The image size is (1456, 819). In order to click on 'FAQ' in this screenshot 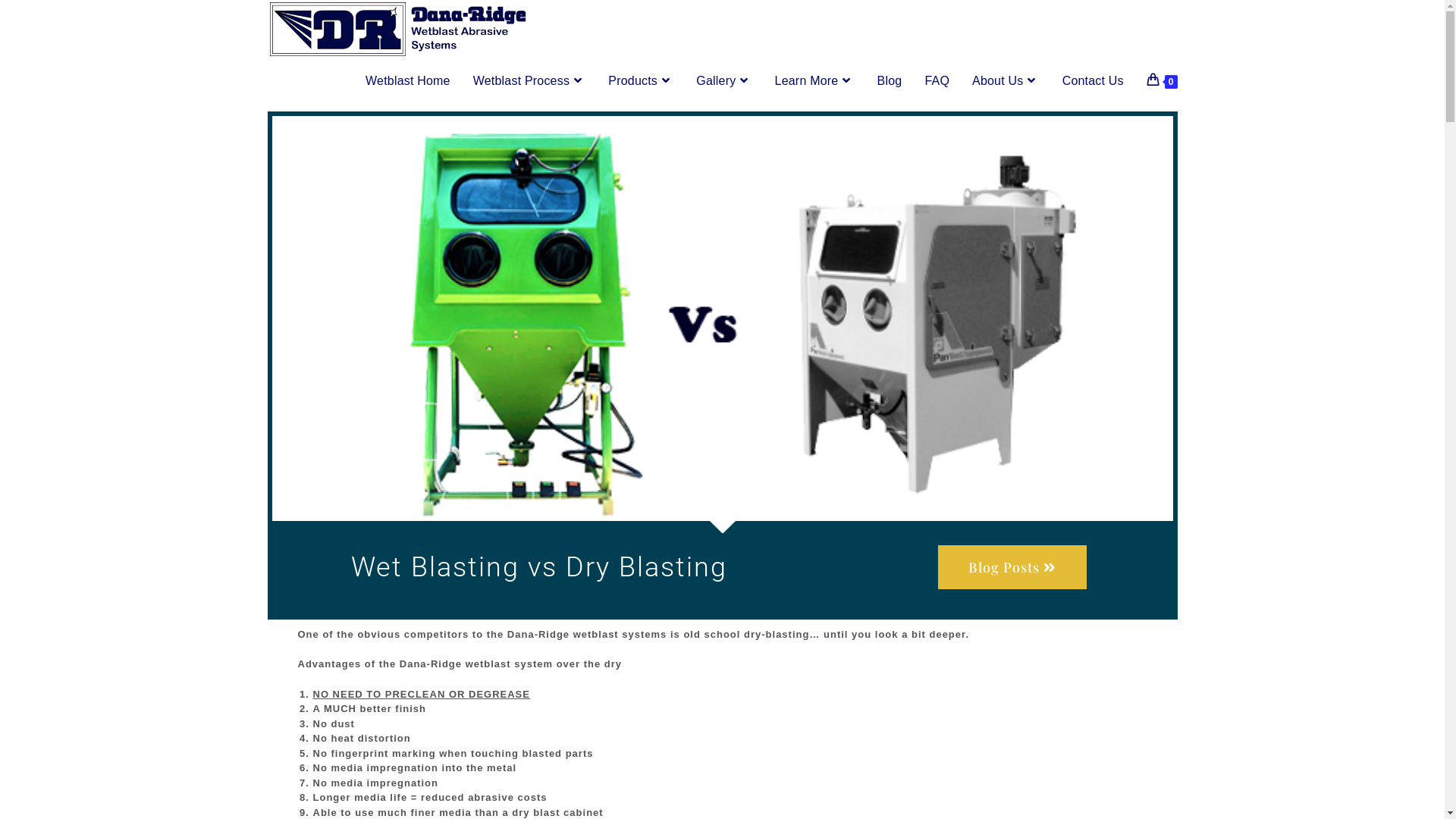, I will do `click(936, 81)`.